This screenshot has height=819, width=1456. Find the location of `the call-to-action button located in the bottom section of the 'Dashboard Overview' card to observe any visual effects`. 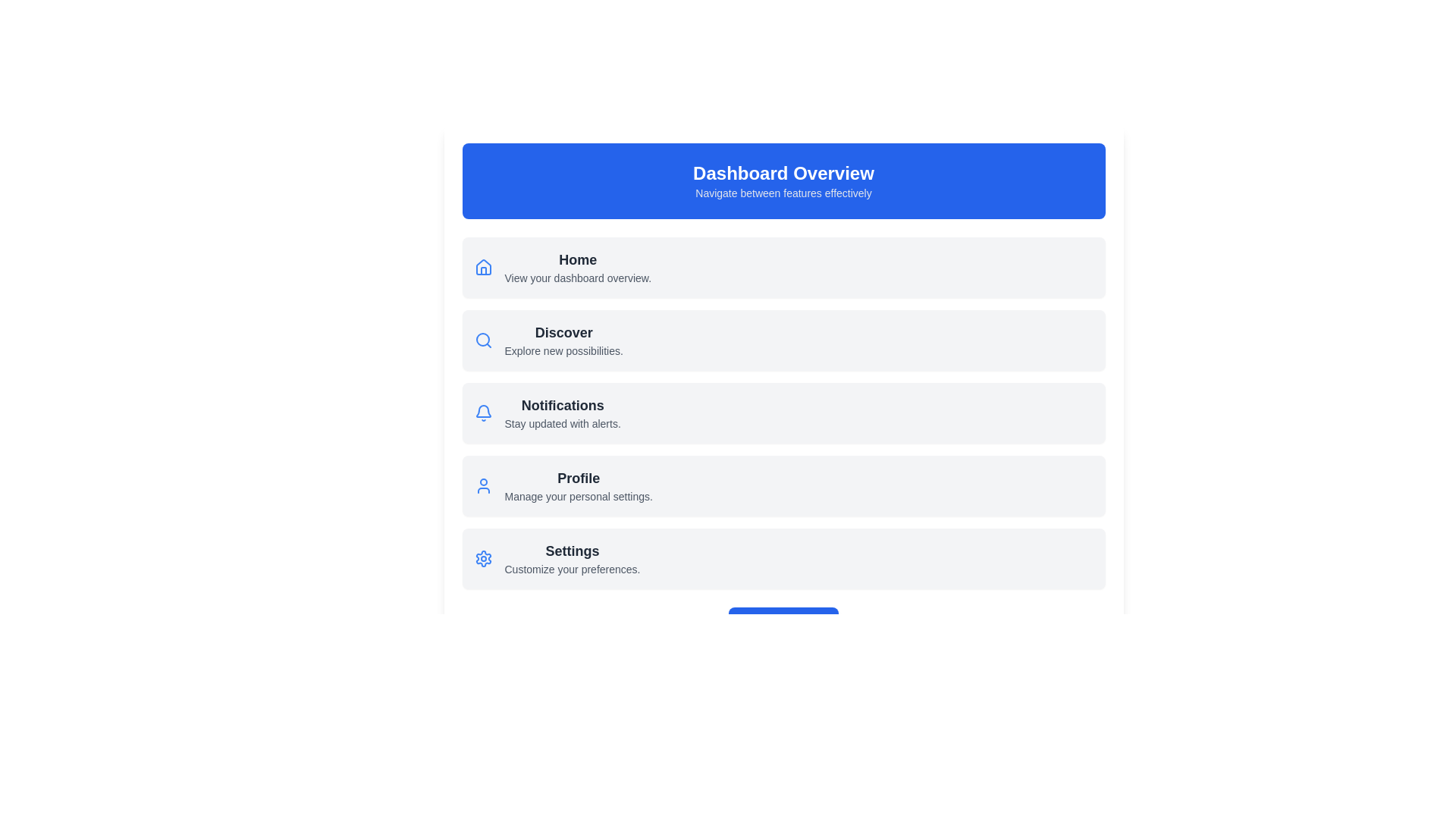

the call-to-action button located in the bottom section of the 'Dashboard Overview' card to observe any visual effects is located at coordinates (783, 626).